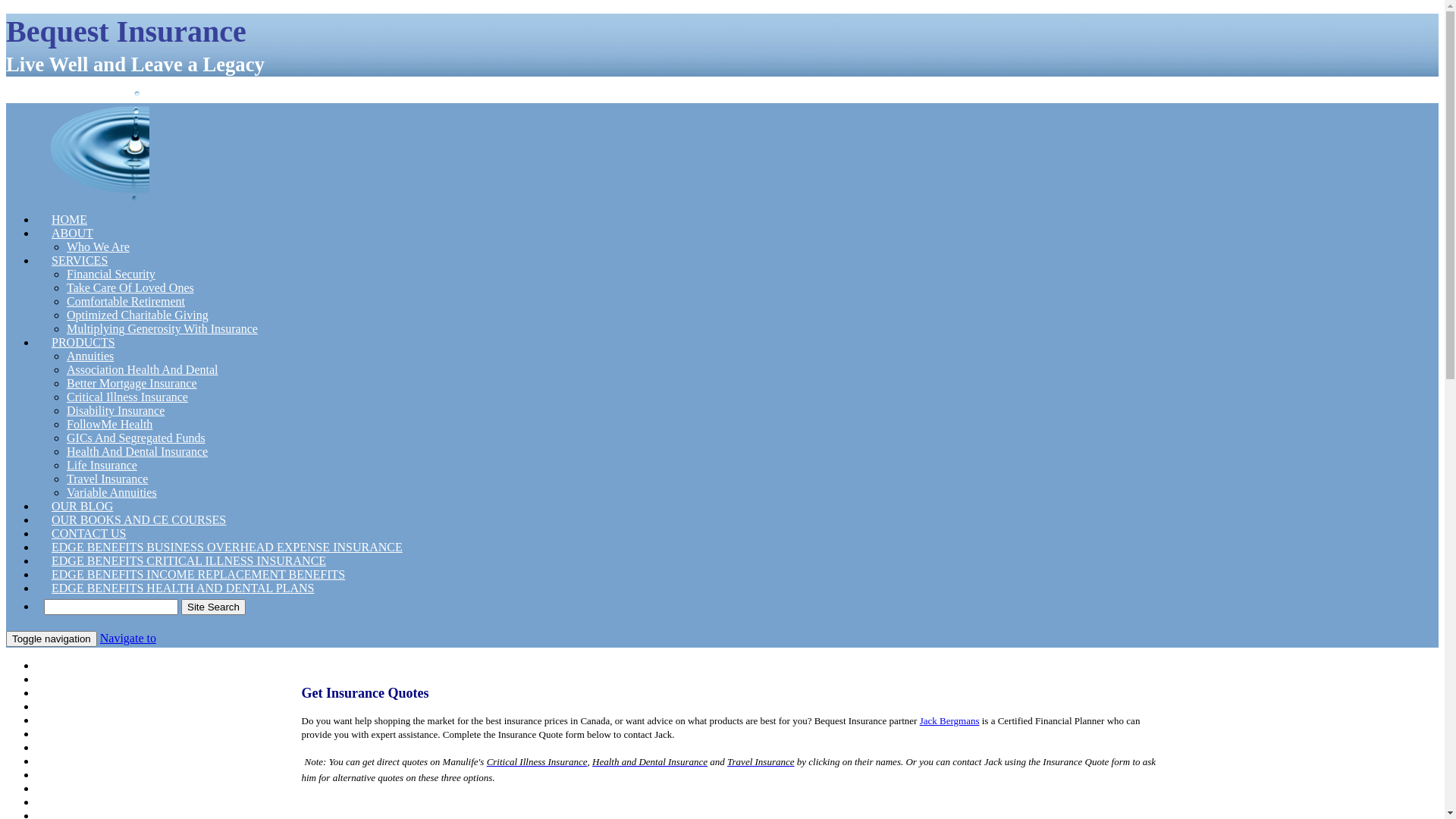  What do you see at coordinates (79, 259) in the screenshot?
I see `'SERVICES'` at bounding box center [79, 259].